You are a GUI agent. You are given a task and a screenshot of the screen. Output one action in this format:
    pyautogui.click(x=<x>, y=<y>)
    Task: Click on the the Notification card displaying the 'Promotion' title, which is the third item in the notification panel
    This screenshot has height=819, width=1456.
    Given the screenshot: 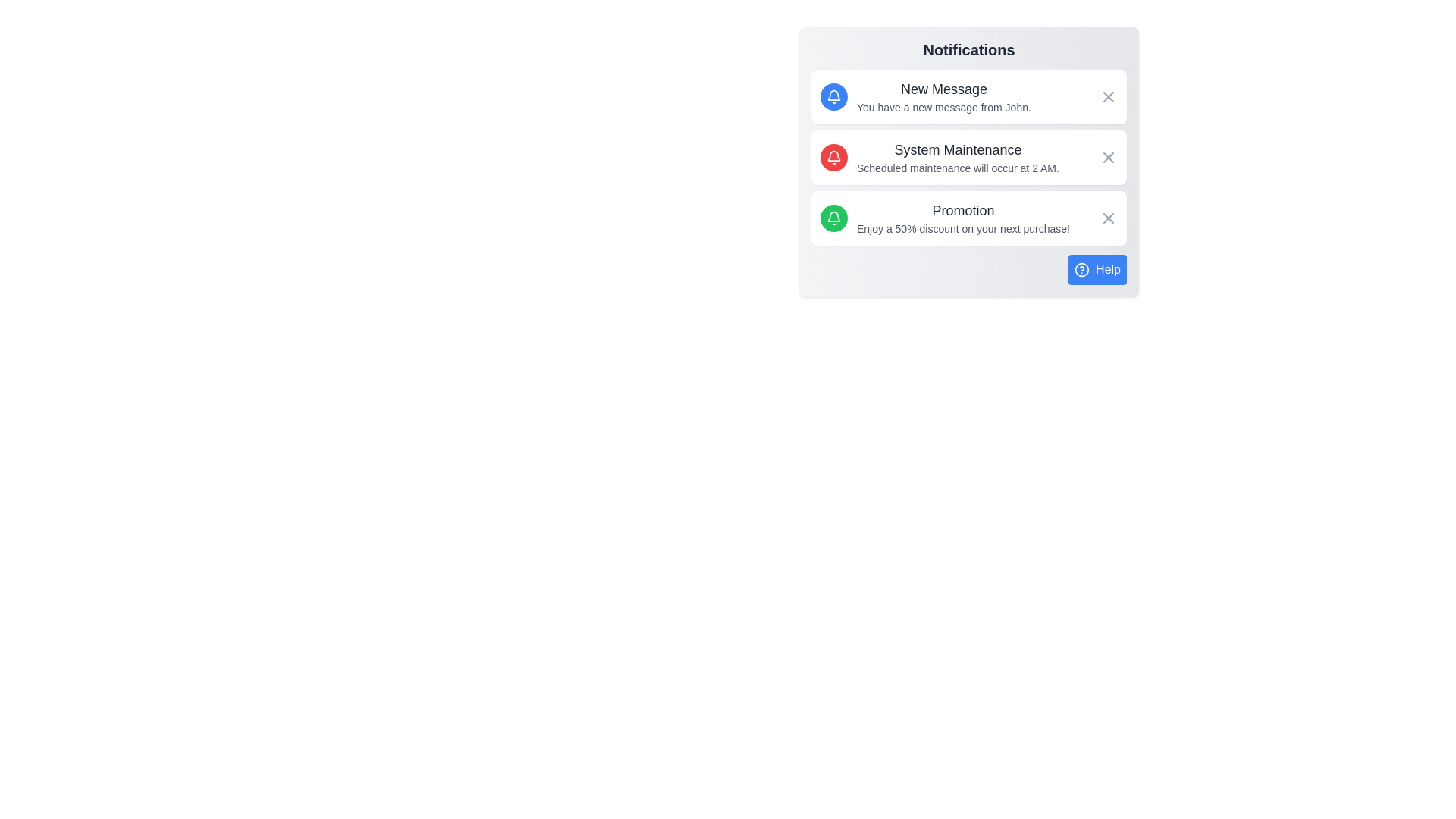 What is the action you would take?
    pyautogui.click(x=968, y=218)
    